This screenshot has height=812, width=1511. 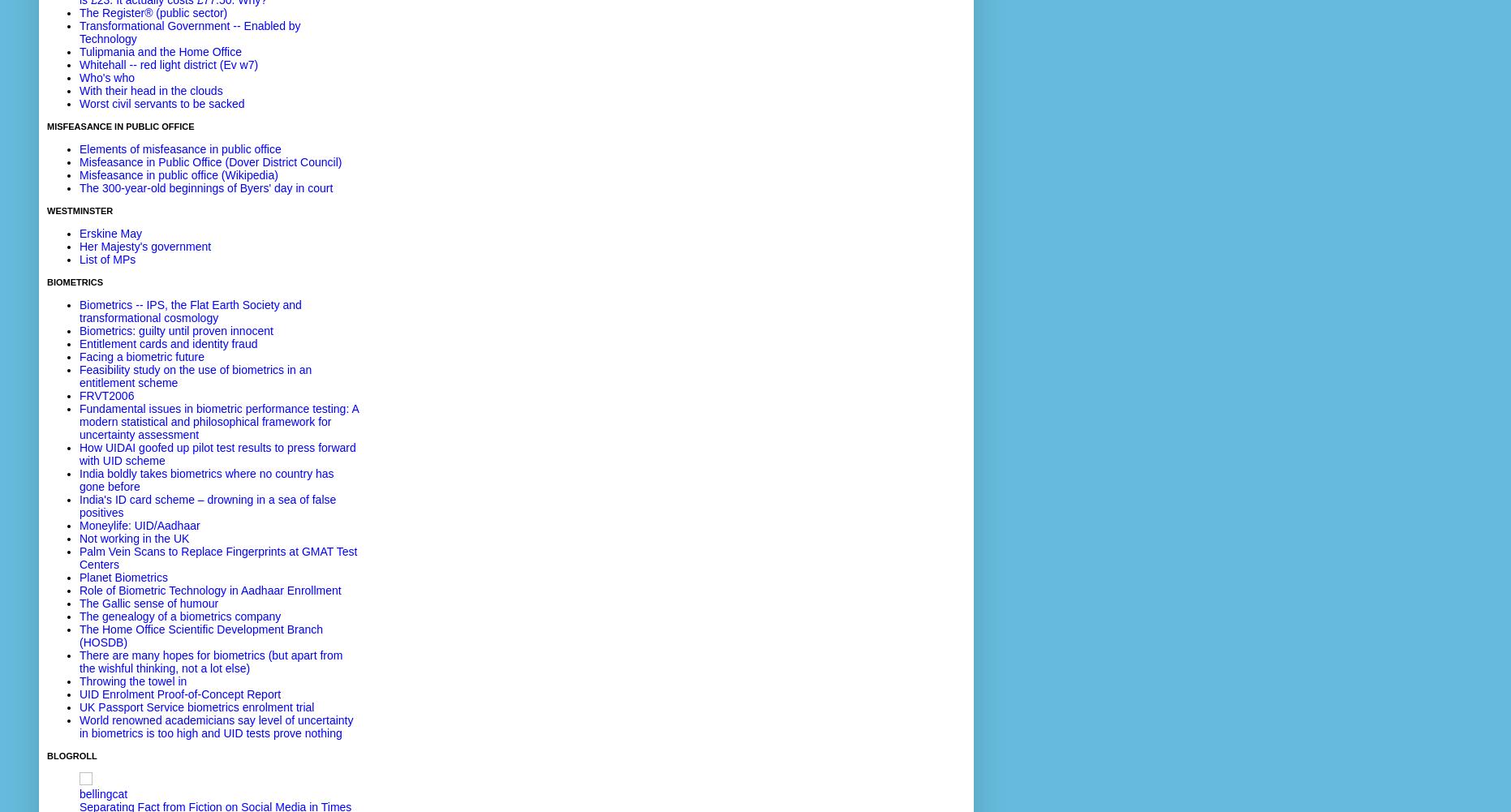 I want to click on 'Entitlement cards and identity fraud', so click(x=168, y=343).